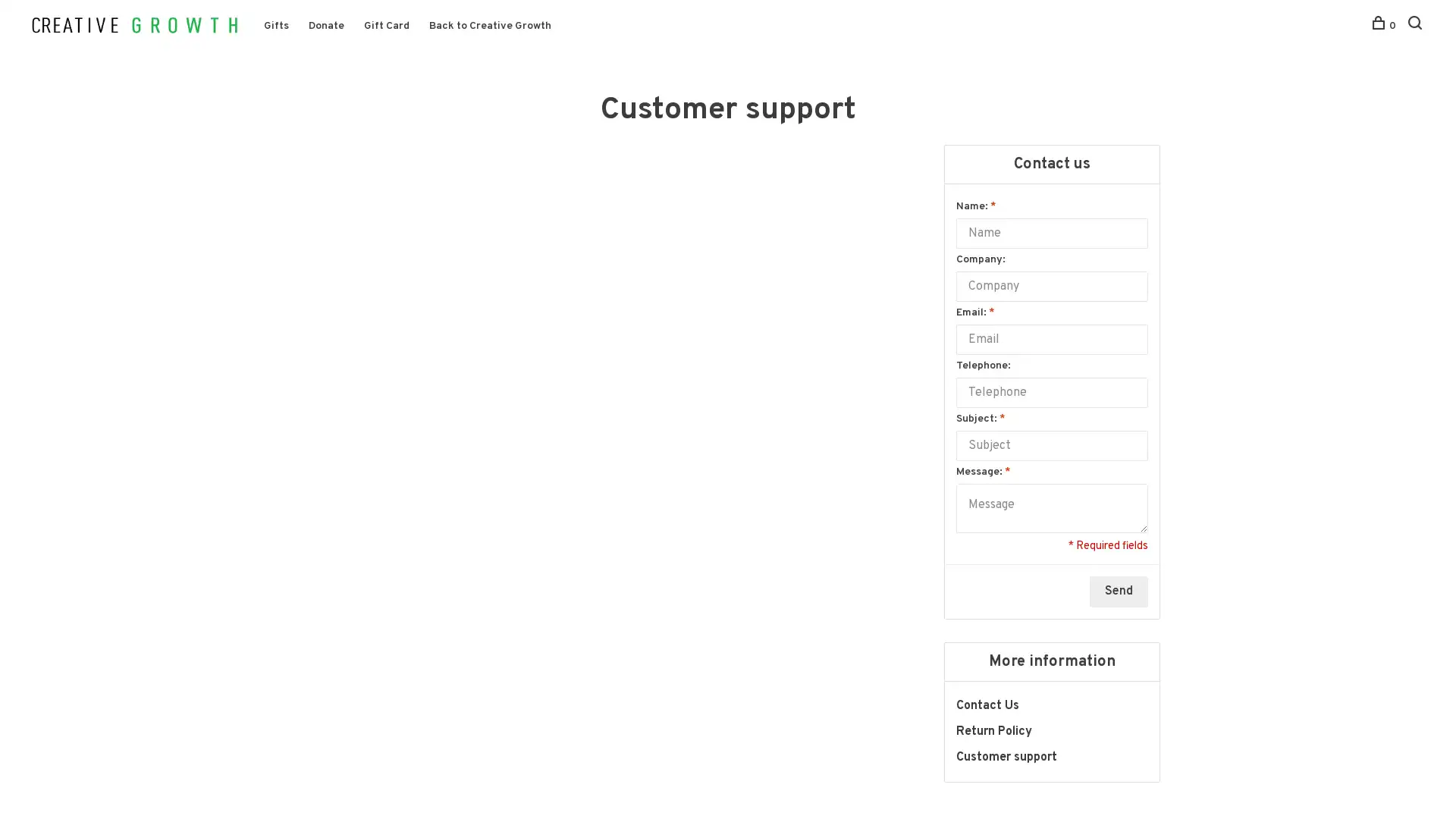 The image size is (1456, 819). Describe the element at coordinates (1119, 604) in the screenshot. I see `Send` at that location.